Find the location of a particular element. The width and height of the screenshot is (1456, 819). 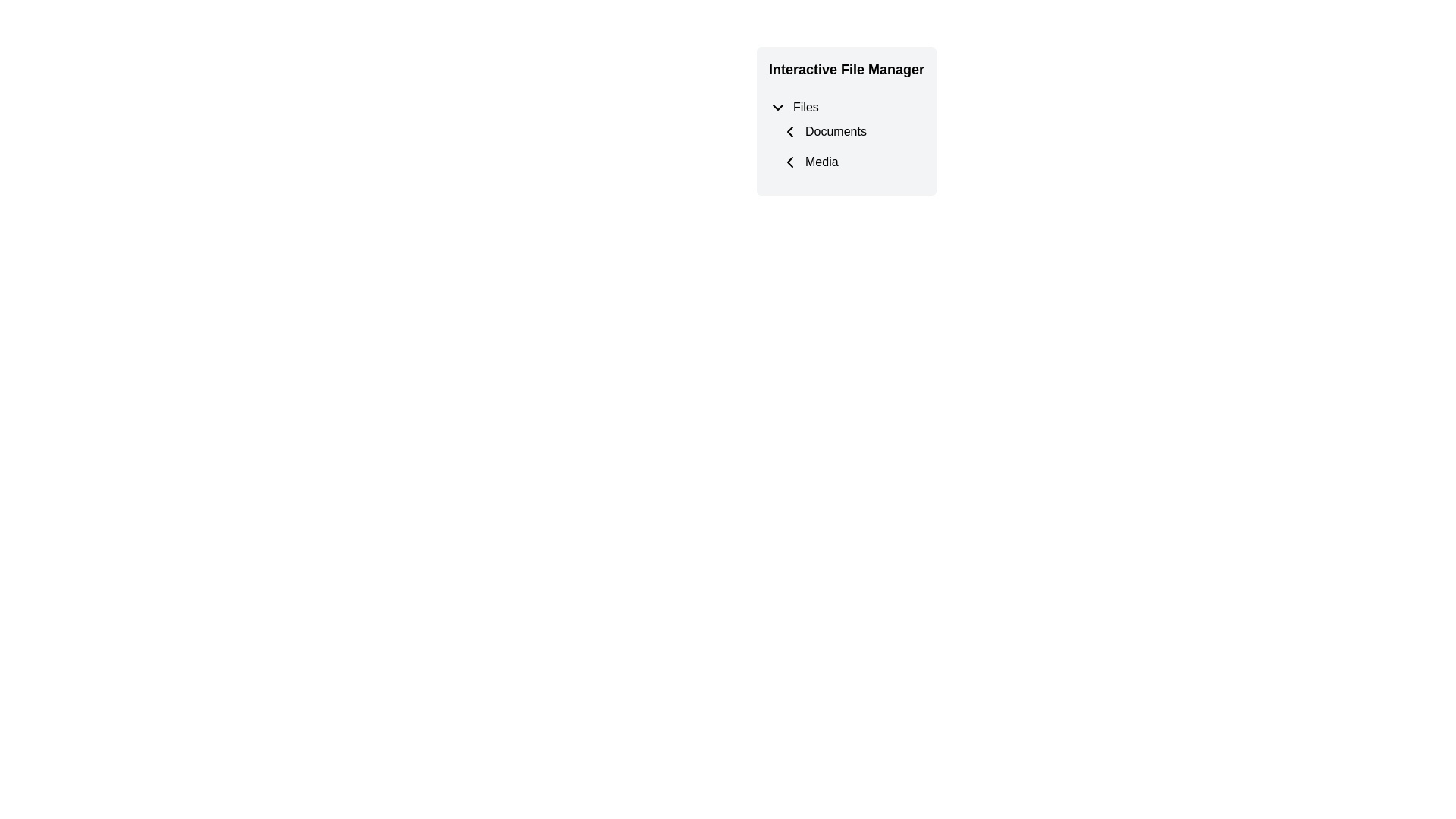

the 'Documents' menu item within the 'Interactive File Manager' to interact with its contents is located at coordinates (846, 137).